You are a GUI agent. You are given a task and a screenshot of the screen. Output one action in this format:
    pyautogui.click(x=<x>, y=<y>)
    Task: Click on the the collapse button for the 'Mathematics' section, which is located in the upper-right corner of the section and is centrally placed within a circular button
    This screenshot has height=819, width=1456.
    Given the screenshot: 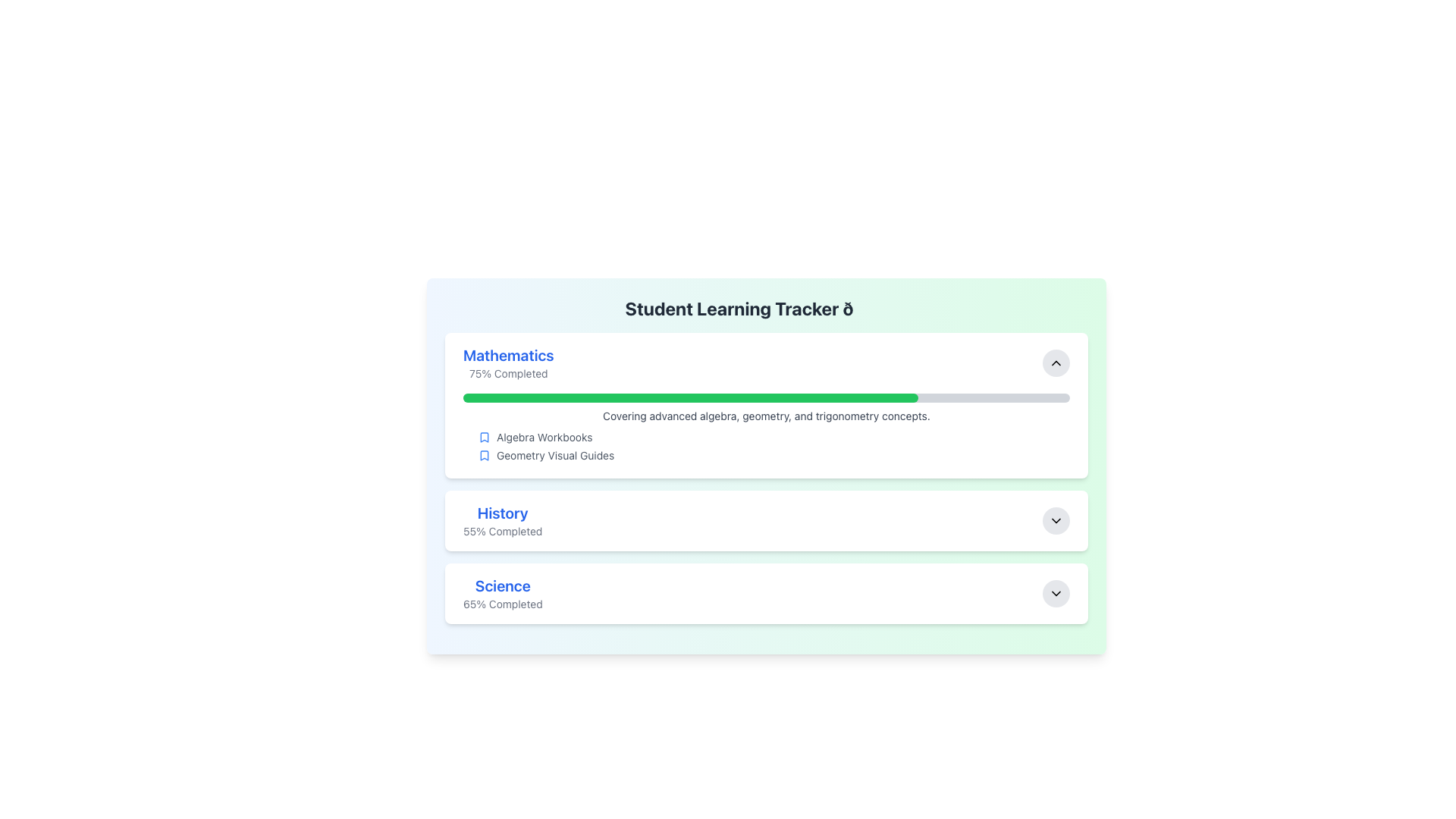 What is the action you would take?
    pyautogui.click(x=1055, y=362)
    